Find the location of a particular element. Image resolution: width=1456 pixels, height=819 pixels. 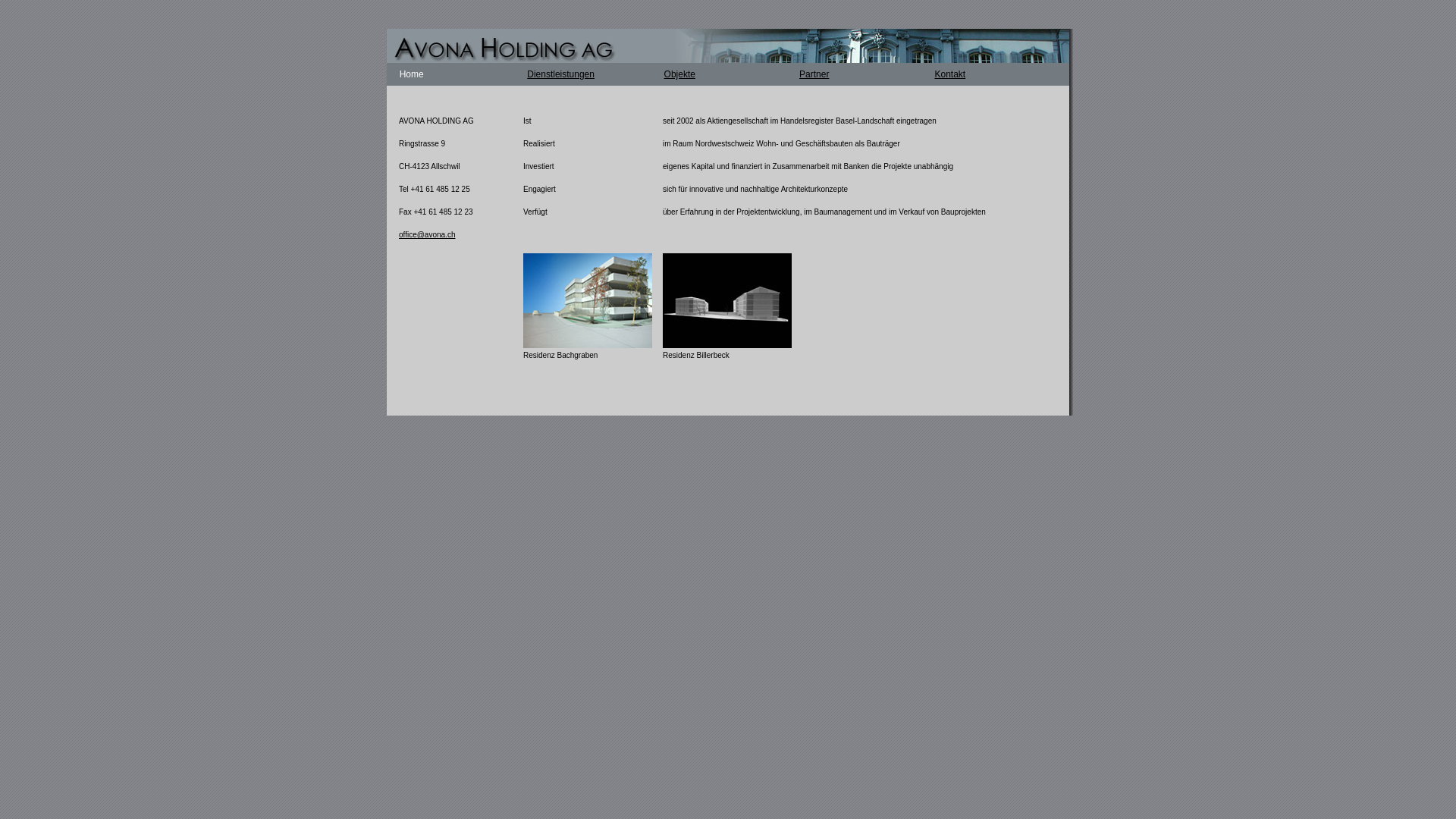

'Partner' is located at coordinates (813, 74).